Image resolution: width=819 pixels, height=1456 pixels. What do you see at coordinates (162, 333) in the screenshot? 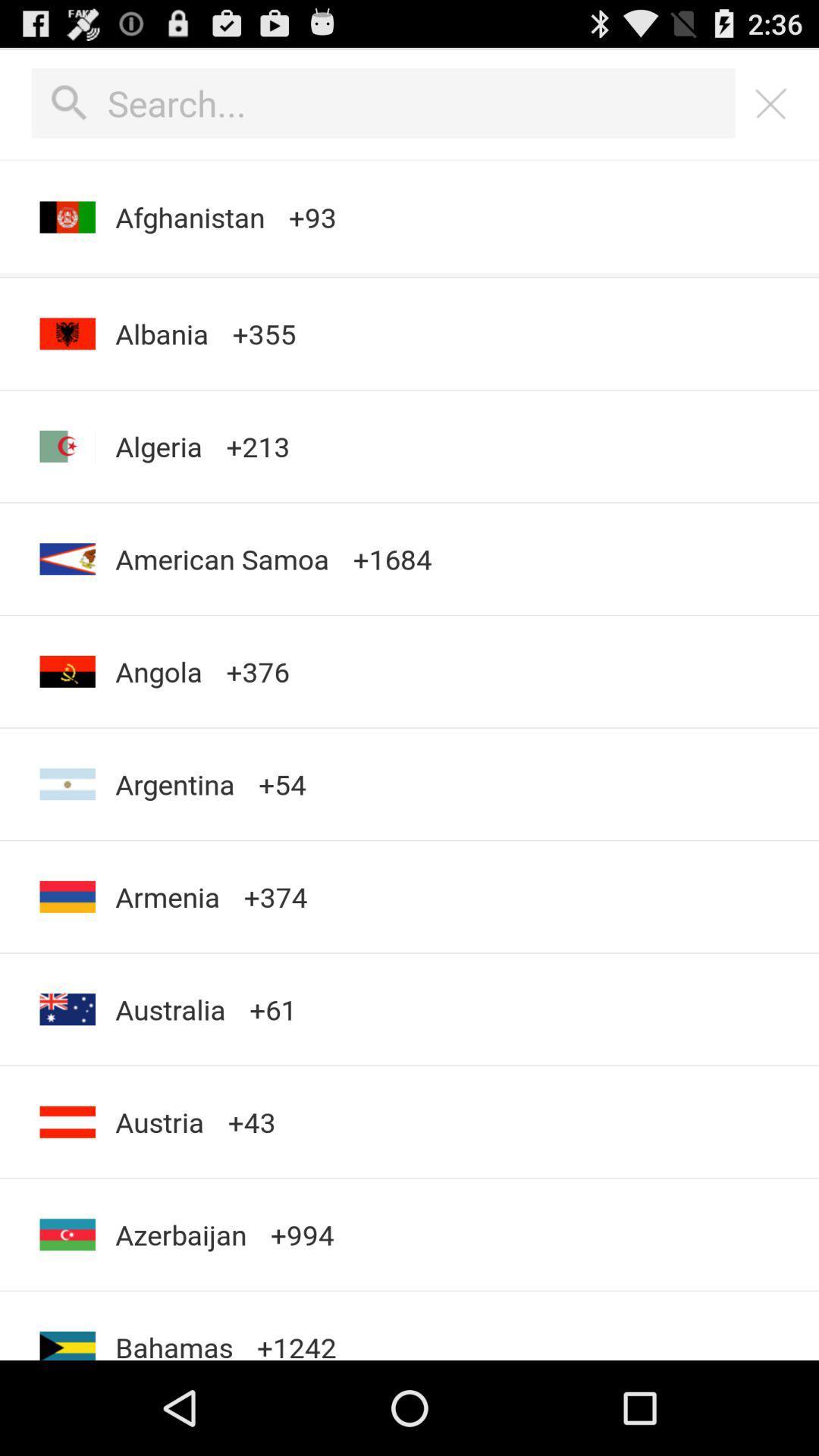
I see `item next to +213 app` at bounding box center [162, 333].